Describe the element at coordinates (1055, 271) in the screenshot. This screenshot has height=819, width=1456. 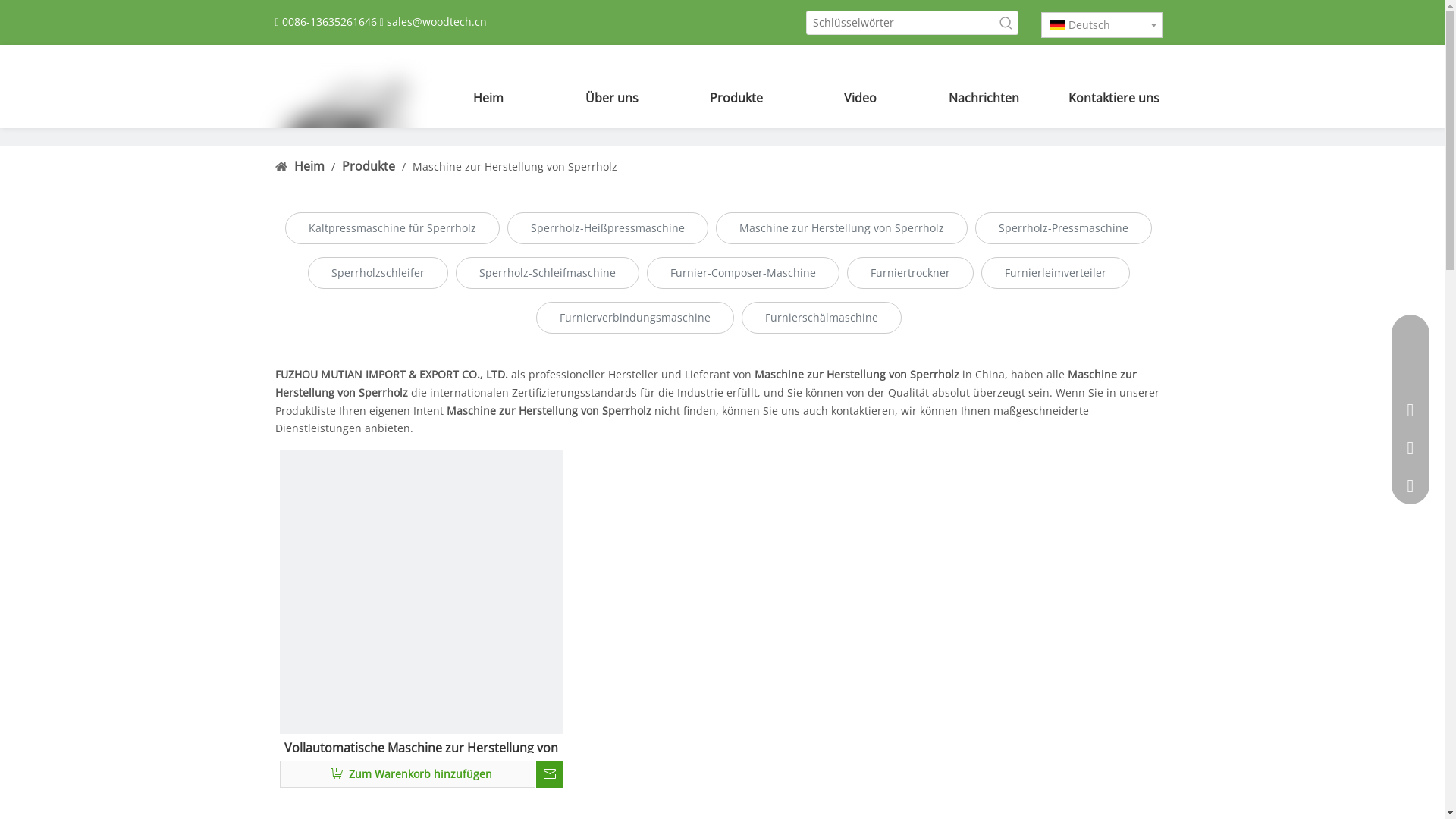
I see `'Furnierleimverteiler'` at that location.